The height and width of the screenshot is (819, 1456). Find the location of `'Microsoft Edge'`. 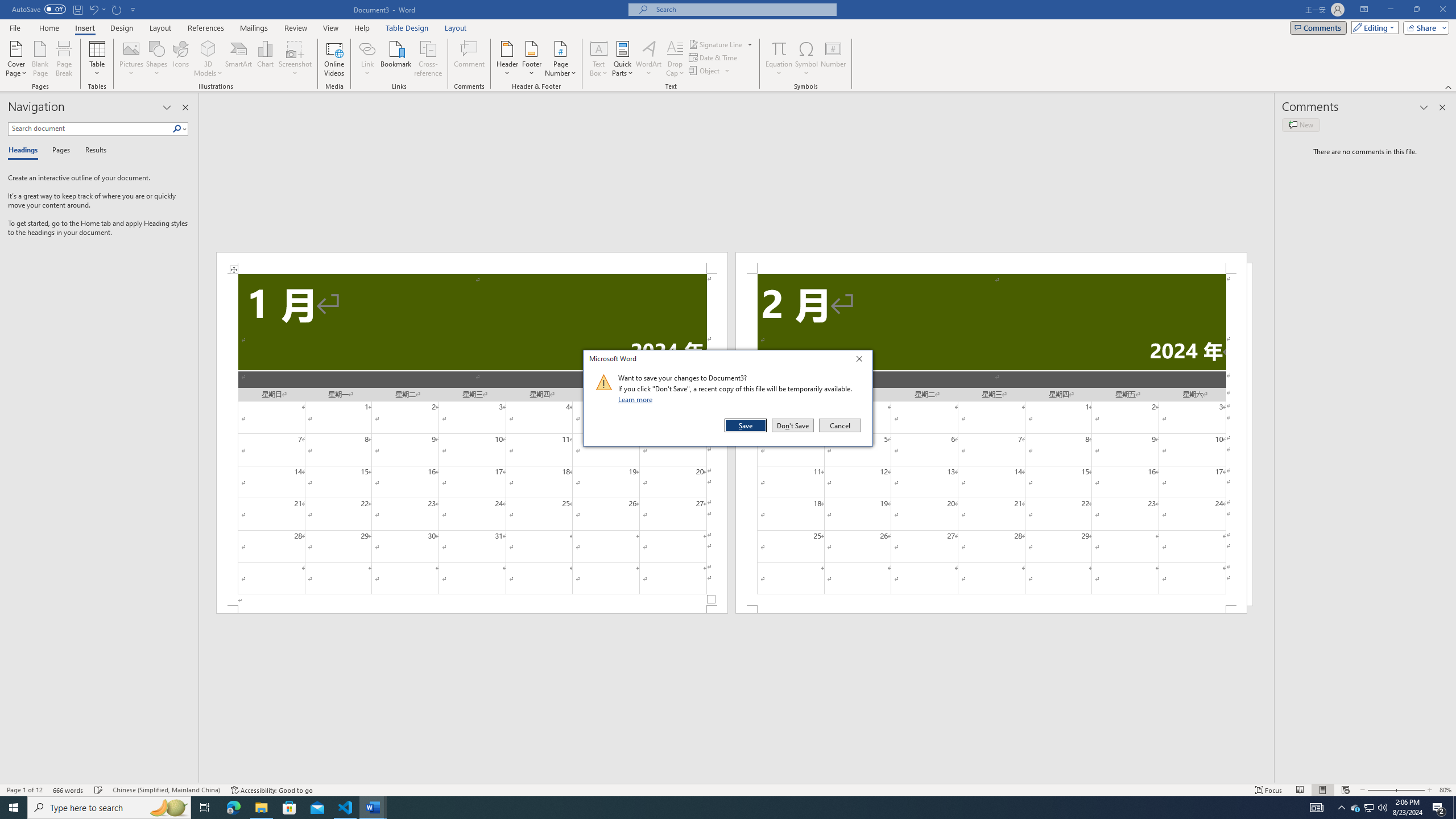

'Microsoft Edge' is located at coordinates (233, 806).